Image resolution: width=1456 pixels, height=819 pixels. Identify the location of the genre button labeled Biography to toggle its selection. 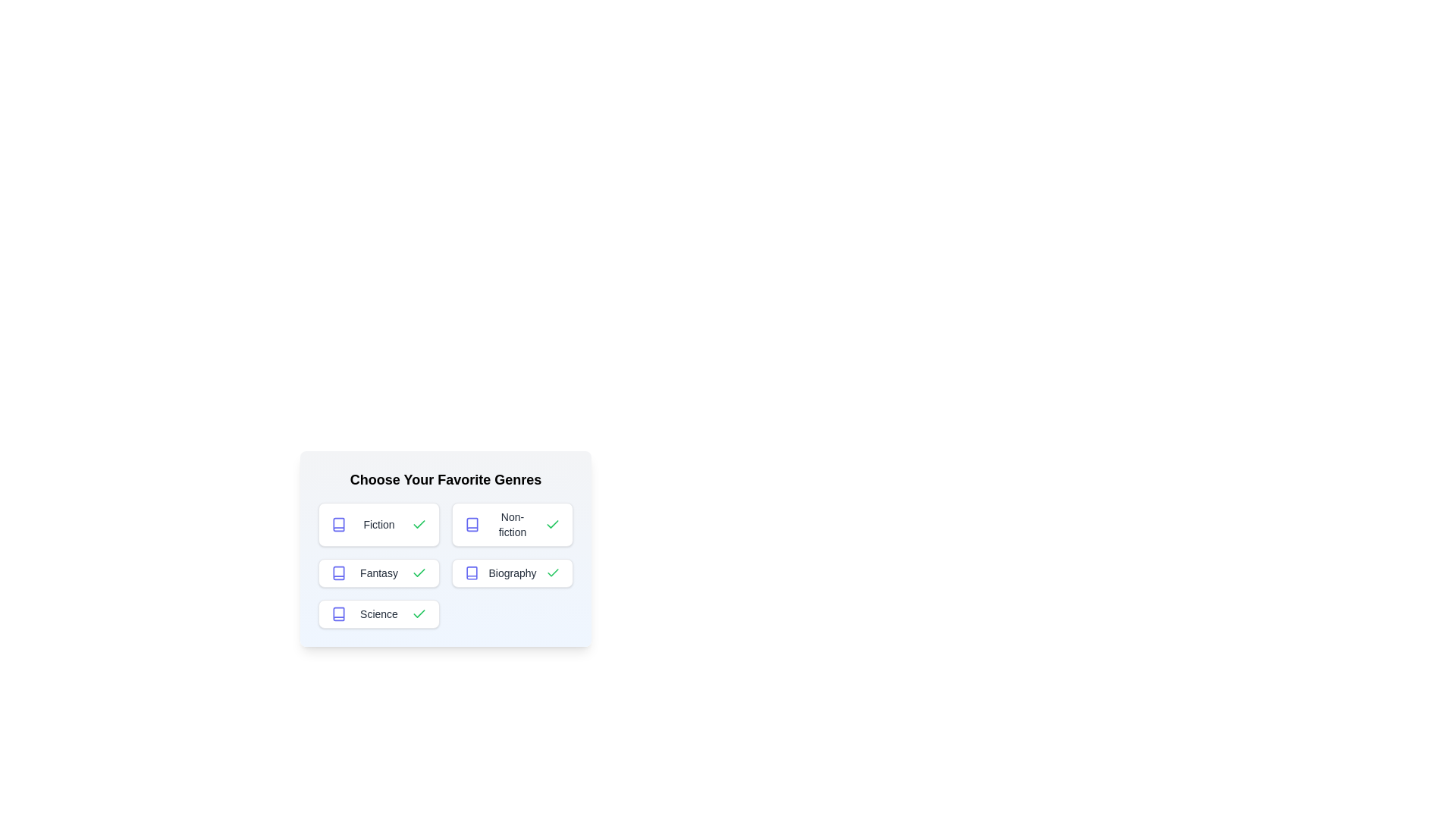
(513, 573).